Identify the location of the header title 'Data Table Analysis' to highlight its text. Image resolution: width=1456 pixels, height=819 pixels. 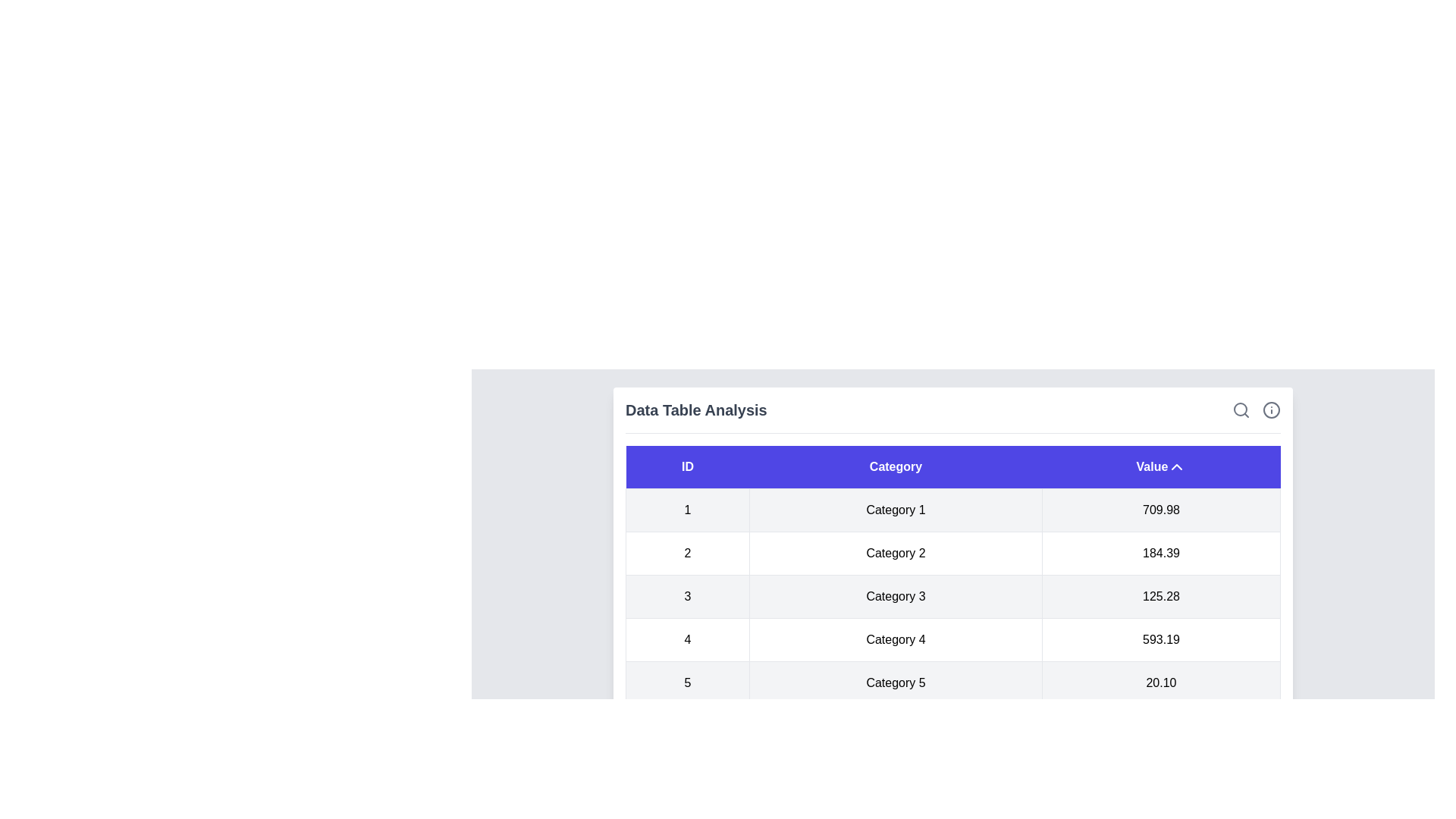
(695, 409).